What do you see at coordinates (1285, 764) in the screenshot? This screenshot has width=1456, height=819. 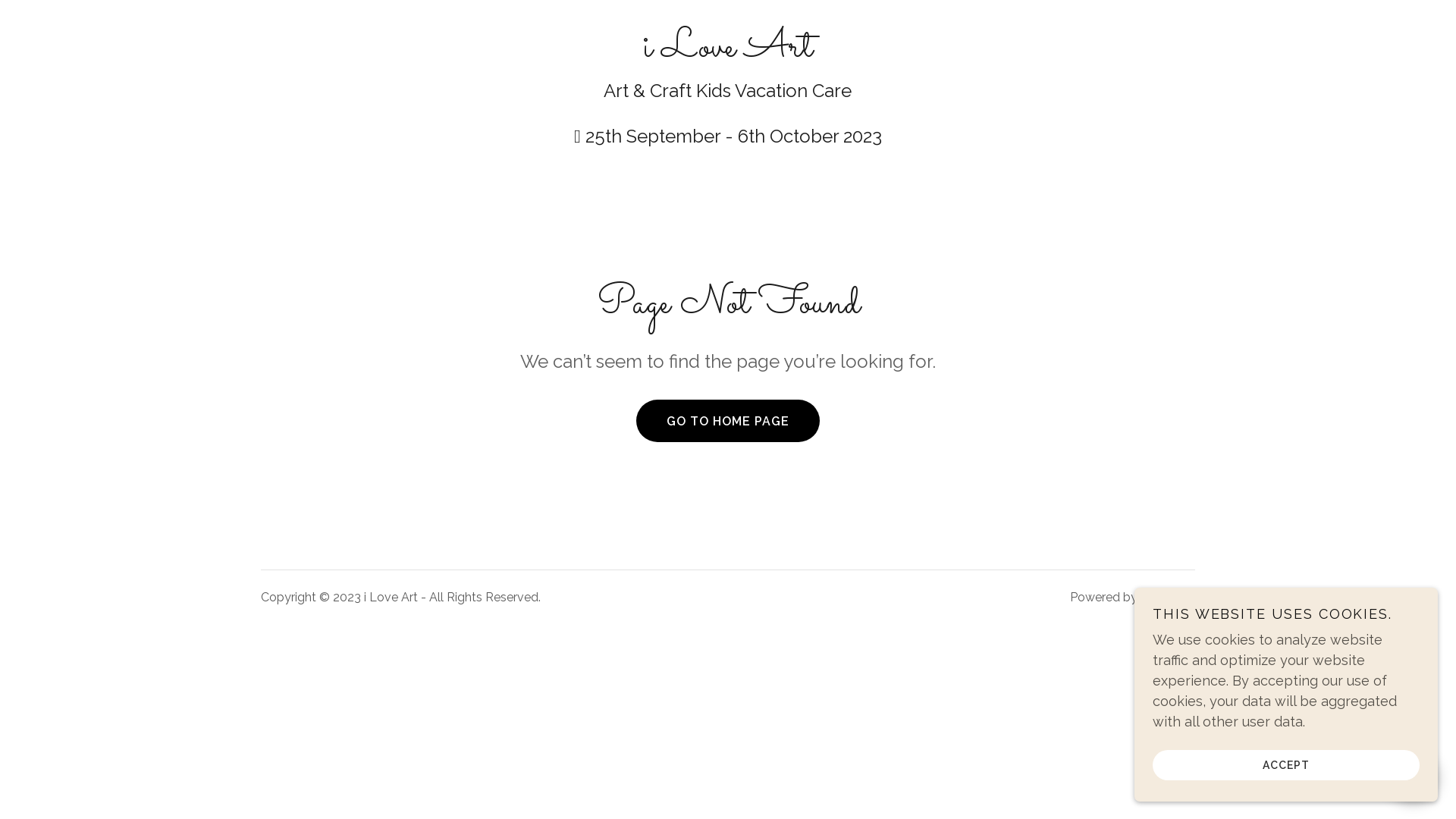 I see `'ACCEPT'` at bounding box center [1285, 764].